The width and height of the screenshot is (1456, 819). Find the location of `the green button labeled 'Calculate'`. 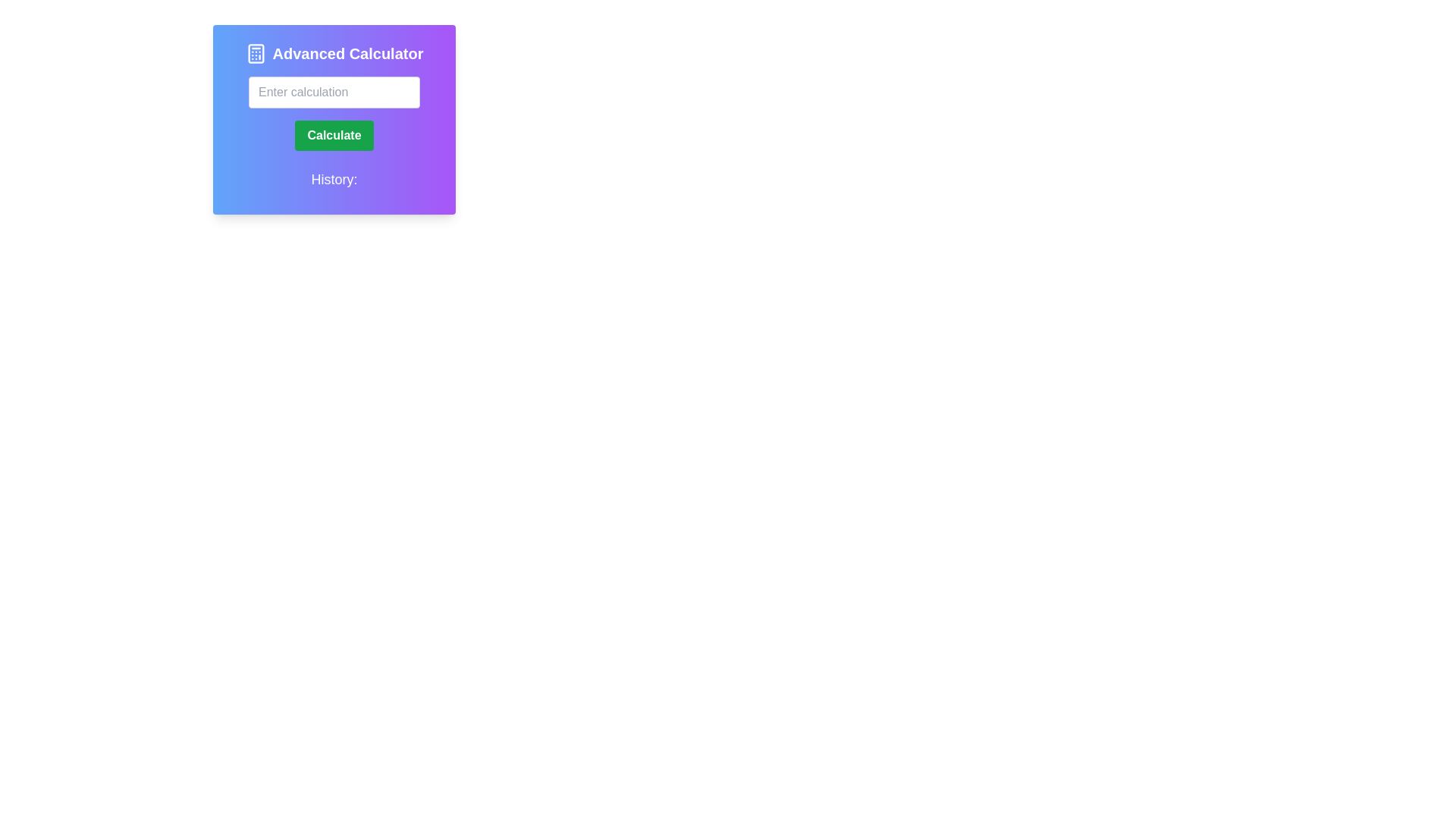

the green button labeled 'Calculate' is located at coordinates (334, 134).